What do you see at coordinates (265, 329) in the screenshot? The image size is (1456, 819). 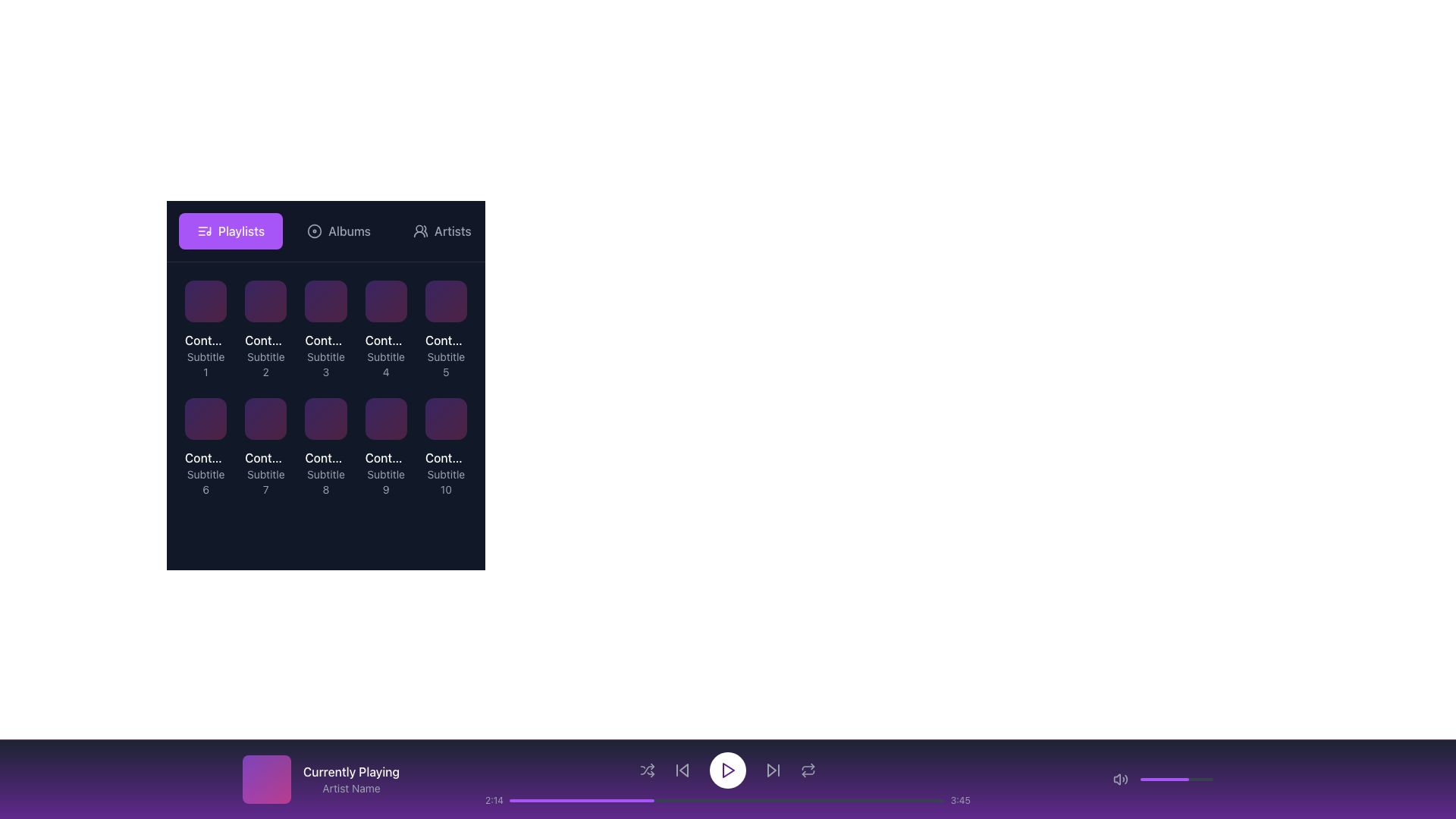 I see `the second media item in the first row of the grid layout` at bounding box center [265, 329].